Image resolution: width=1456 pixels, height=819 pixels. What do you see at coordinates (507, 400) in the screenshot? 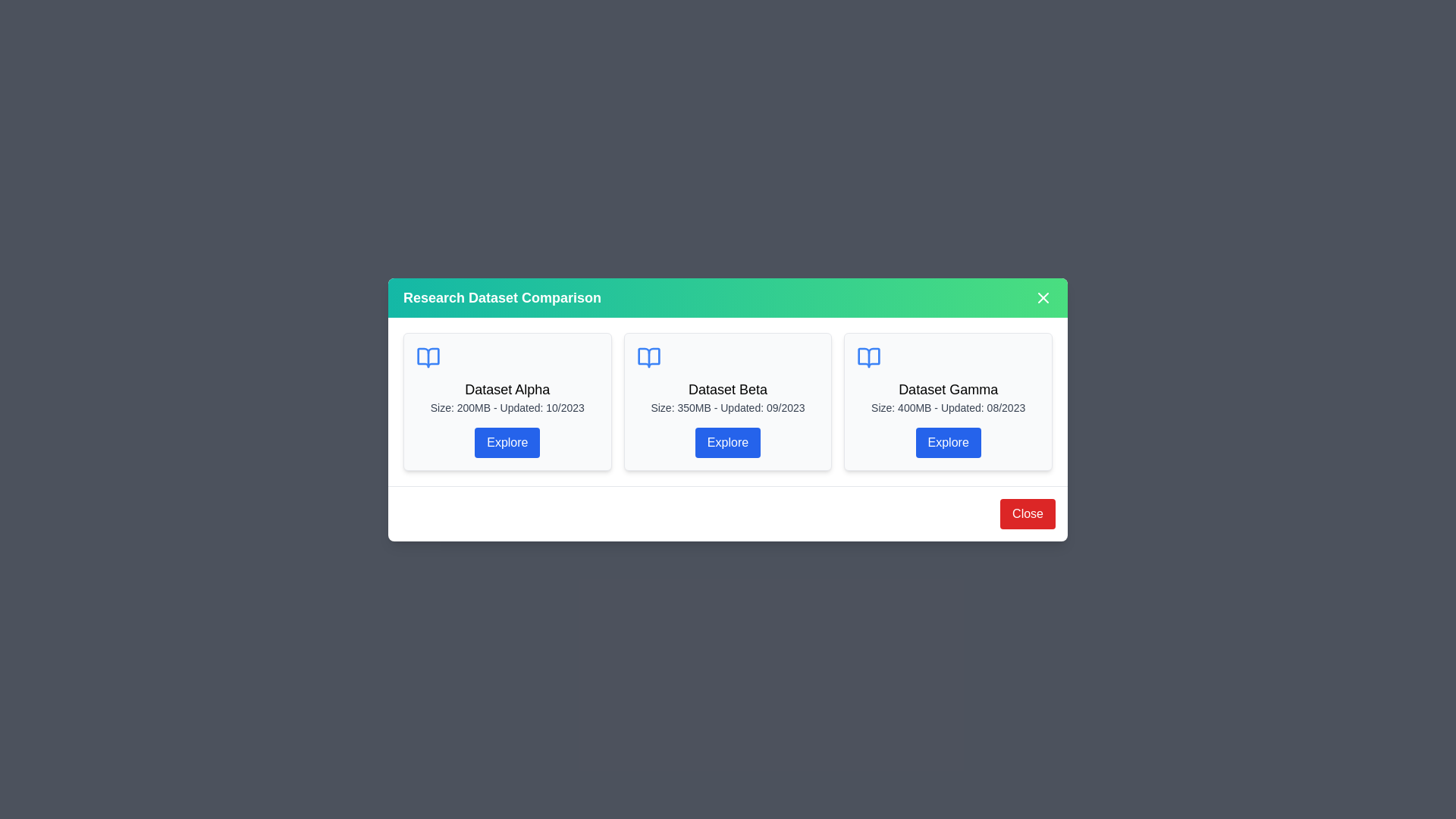
I see `the Dataset Alpha card to focus on its details` at bounding box center [507, 400].